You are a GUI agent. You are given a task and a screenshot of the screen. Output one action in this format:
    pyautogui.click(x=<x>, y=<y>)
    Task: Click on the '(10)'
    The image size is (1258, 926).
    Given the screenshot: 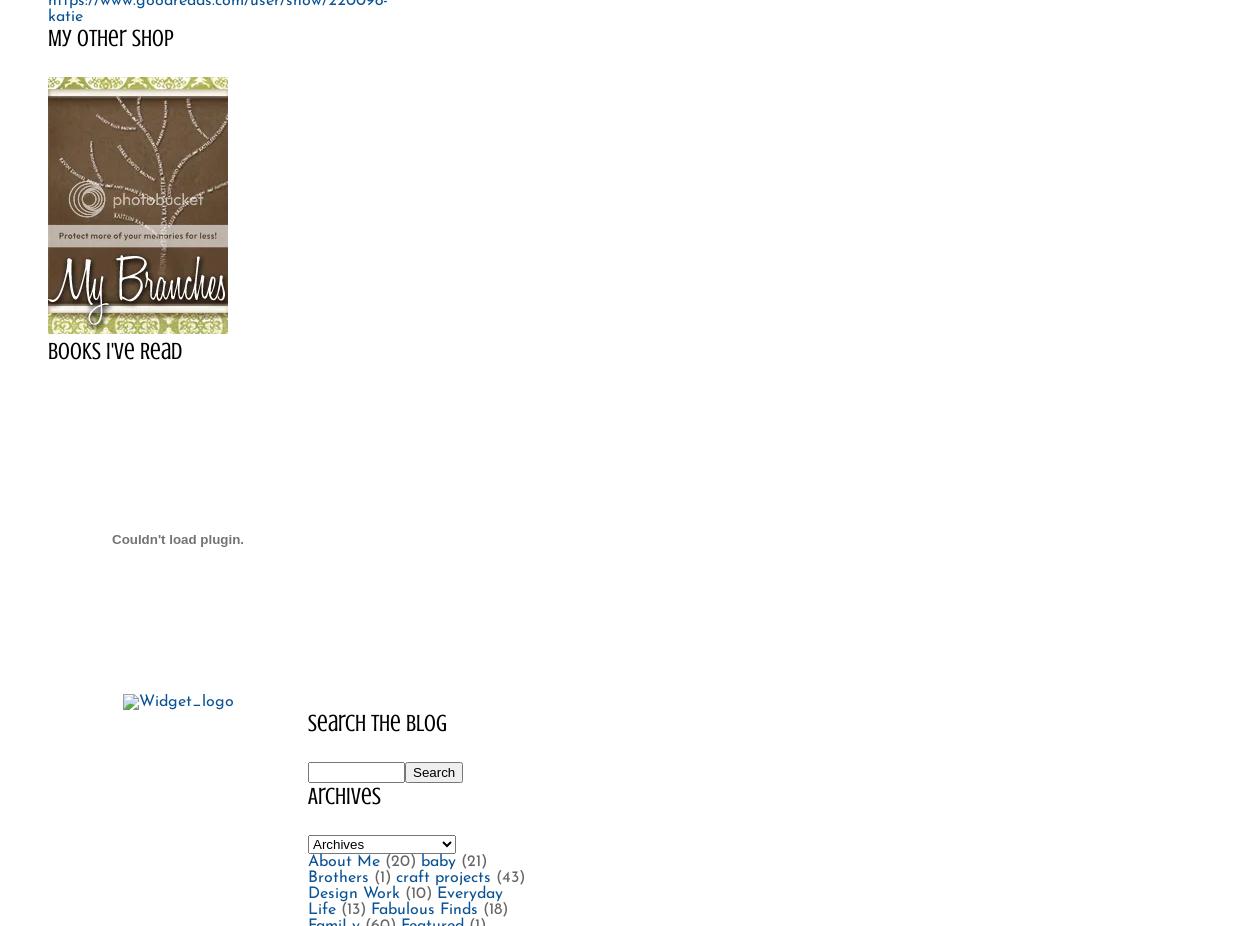 What is the action you would take?
    pyautogui.click(x=417, y=893)
    